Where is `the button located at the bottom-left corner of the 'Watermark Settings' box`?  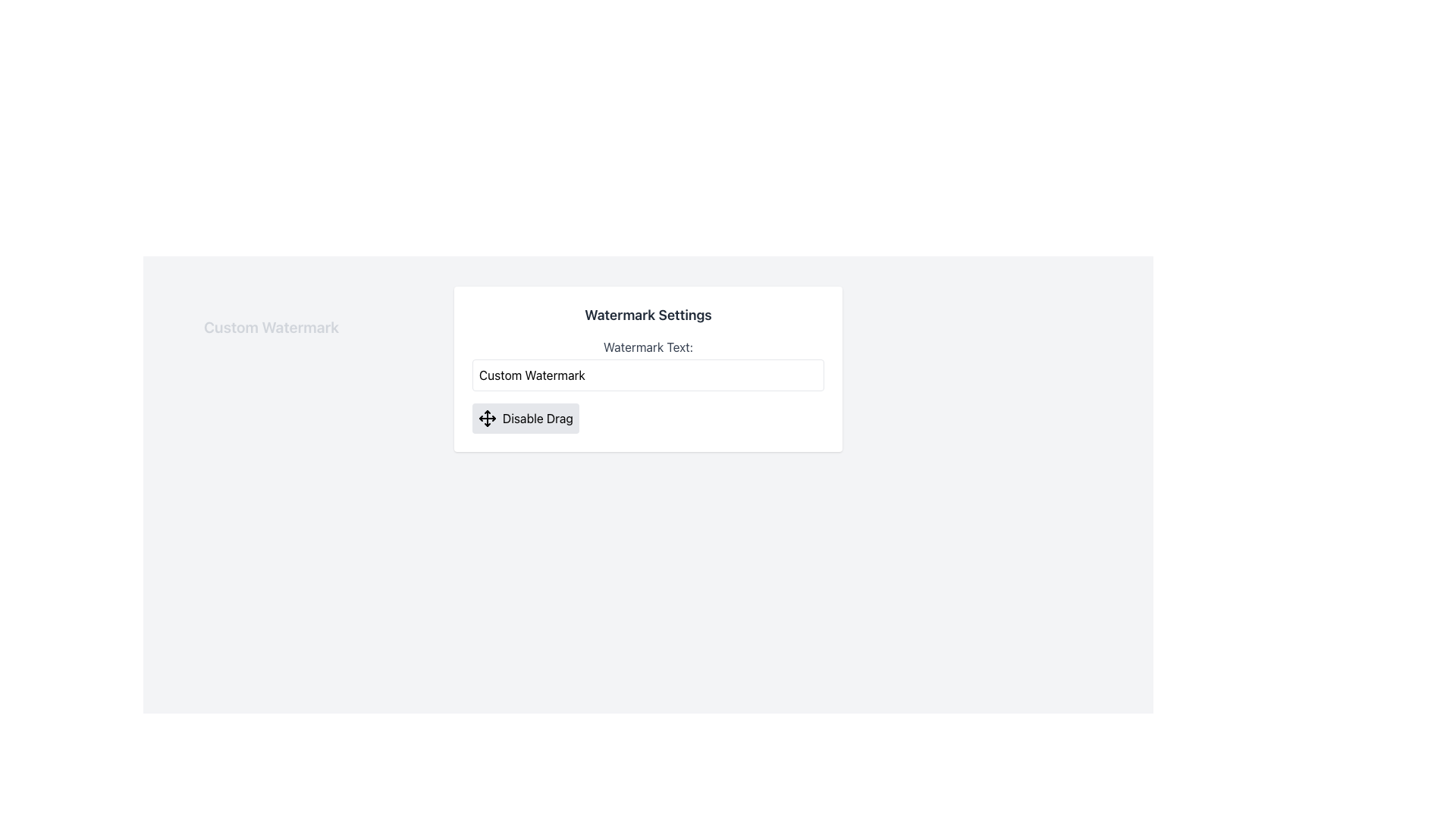 the button located at the bottom-left corner of the 'Watermark Settings' box is located at coordinates (526, 418).